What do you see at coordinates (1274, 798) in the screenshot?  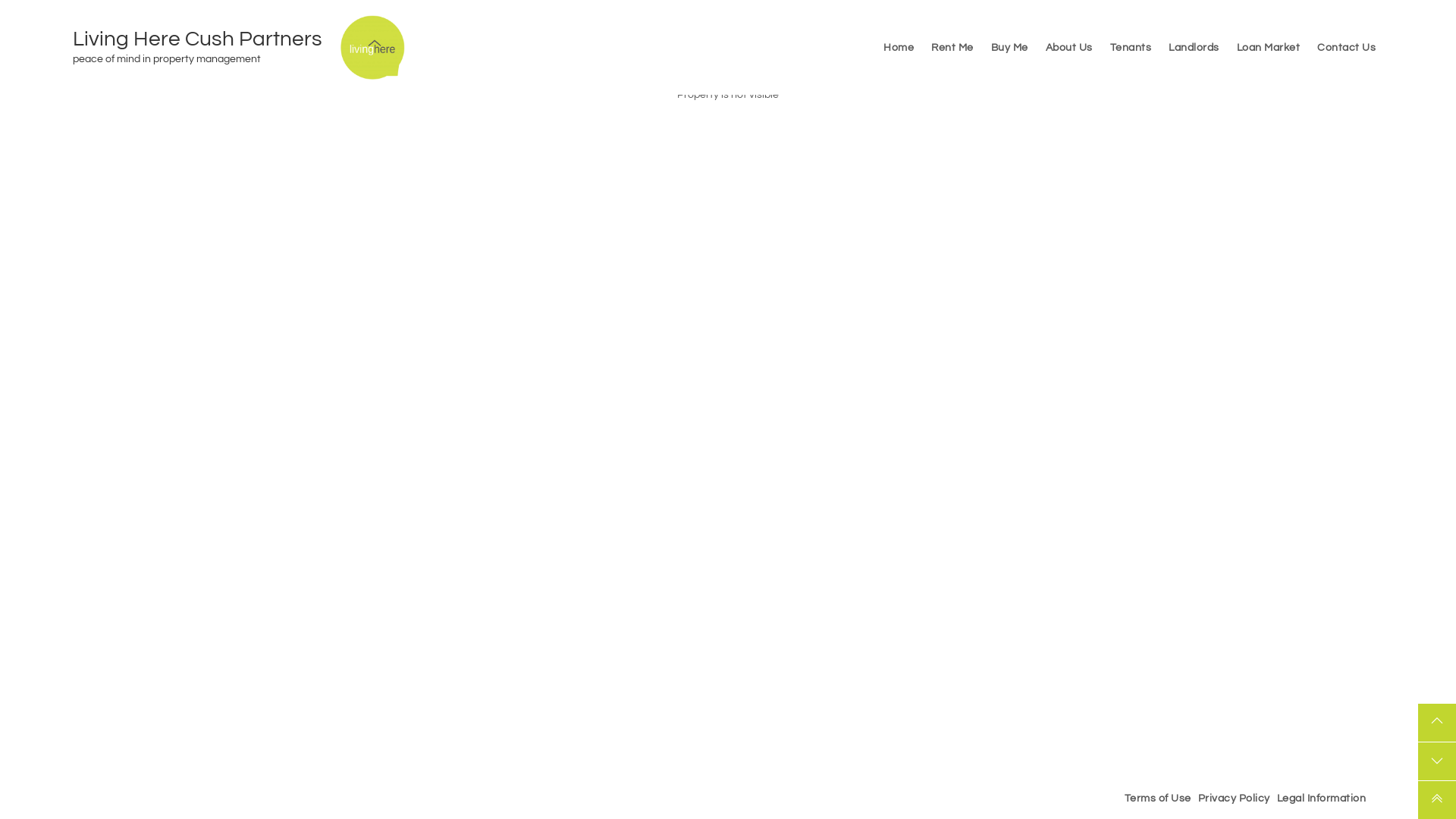 I see `'Legal Information'` at bounding box center [1274, 798].